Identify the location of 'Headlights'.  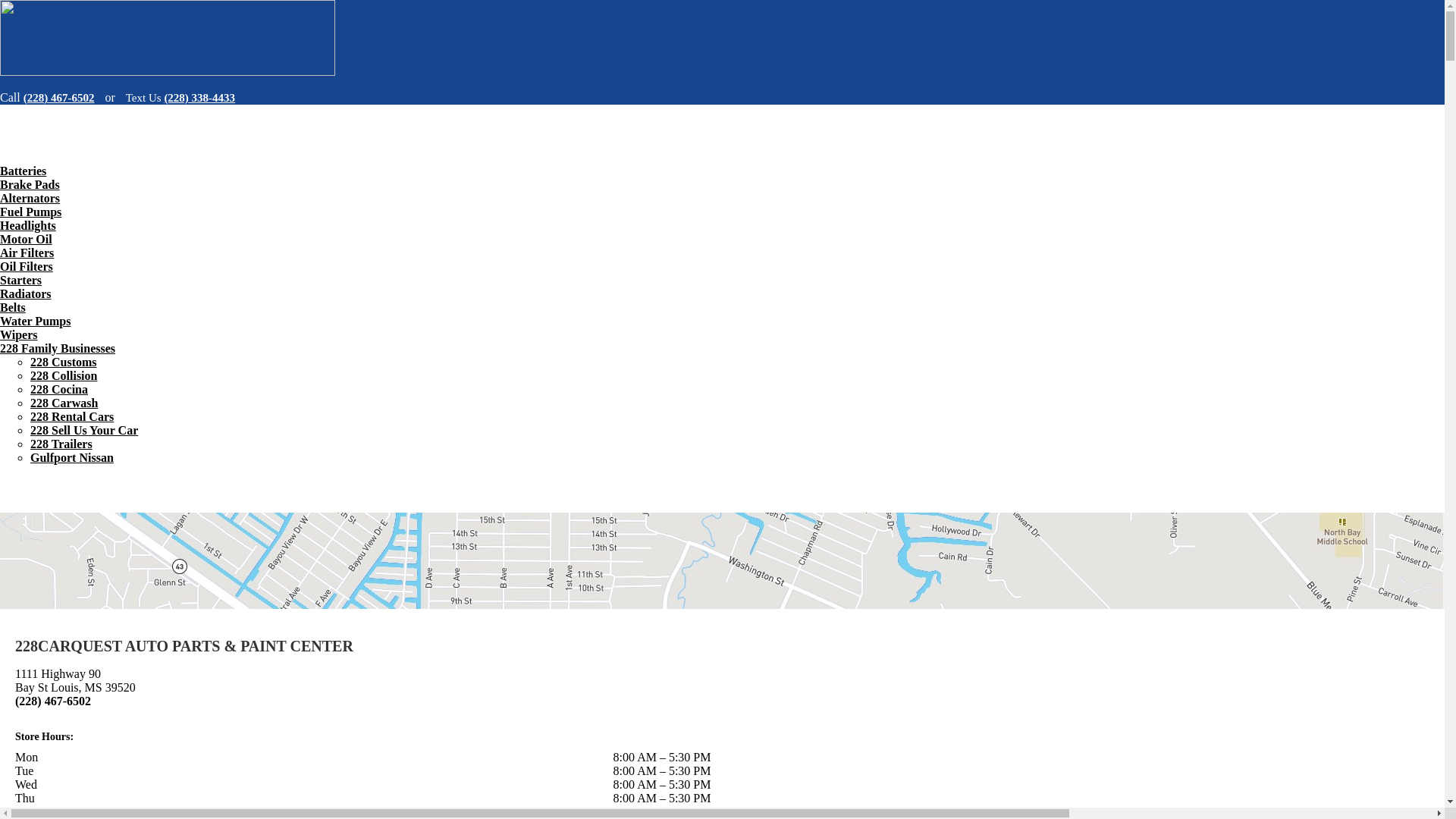
(28, 225).